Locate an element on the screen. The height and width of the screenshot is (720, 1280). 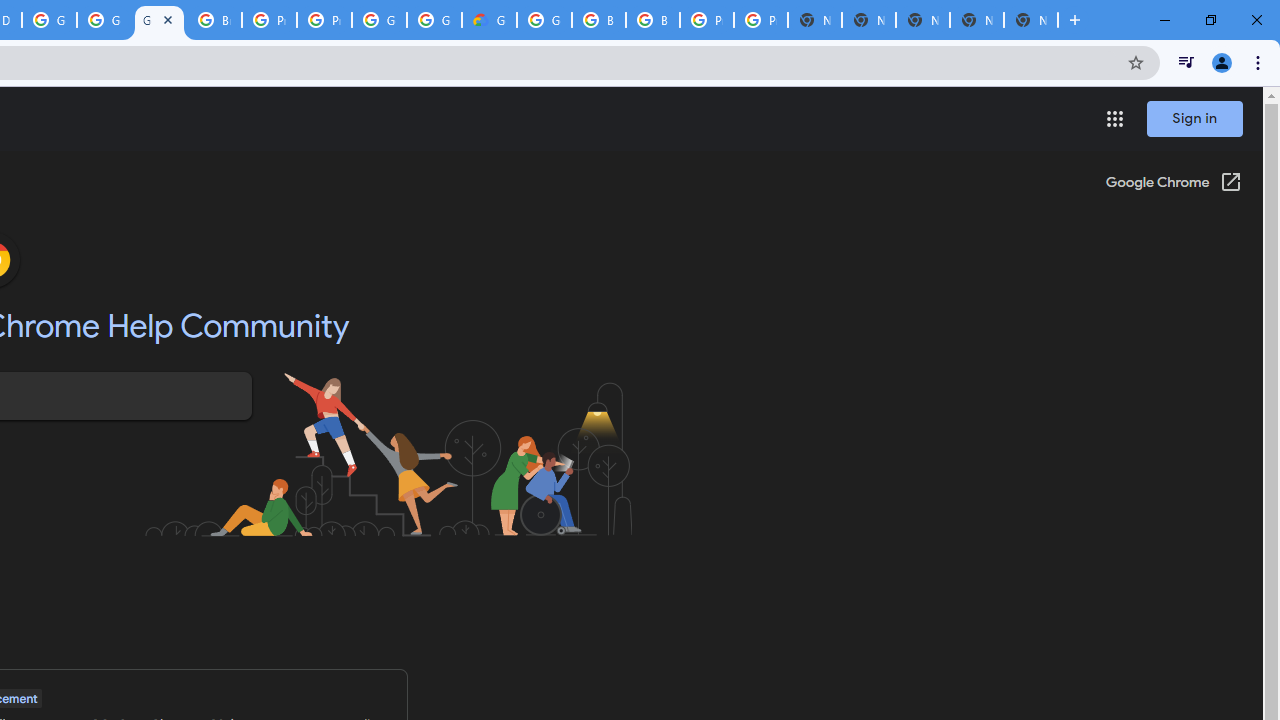
'New Tab' is located at coordinates (1031, 20).